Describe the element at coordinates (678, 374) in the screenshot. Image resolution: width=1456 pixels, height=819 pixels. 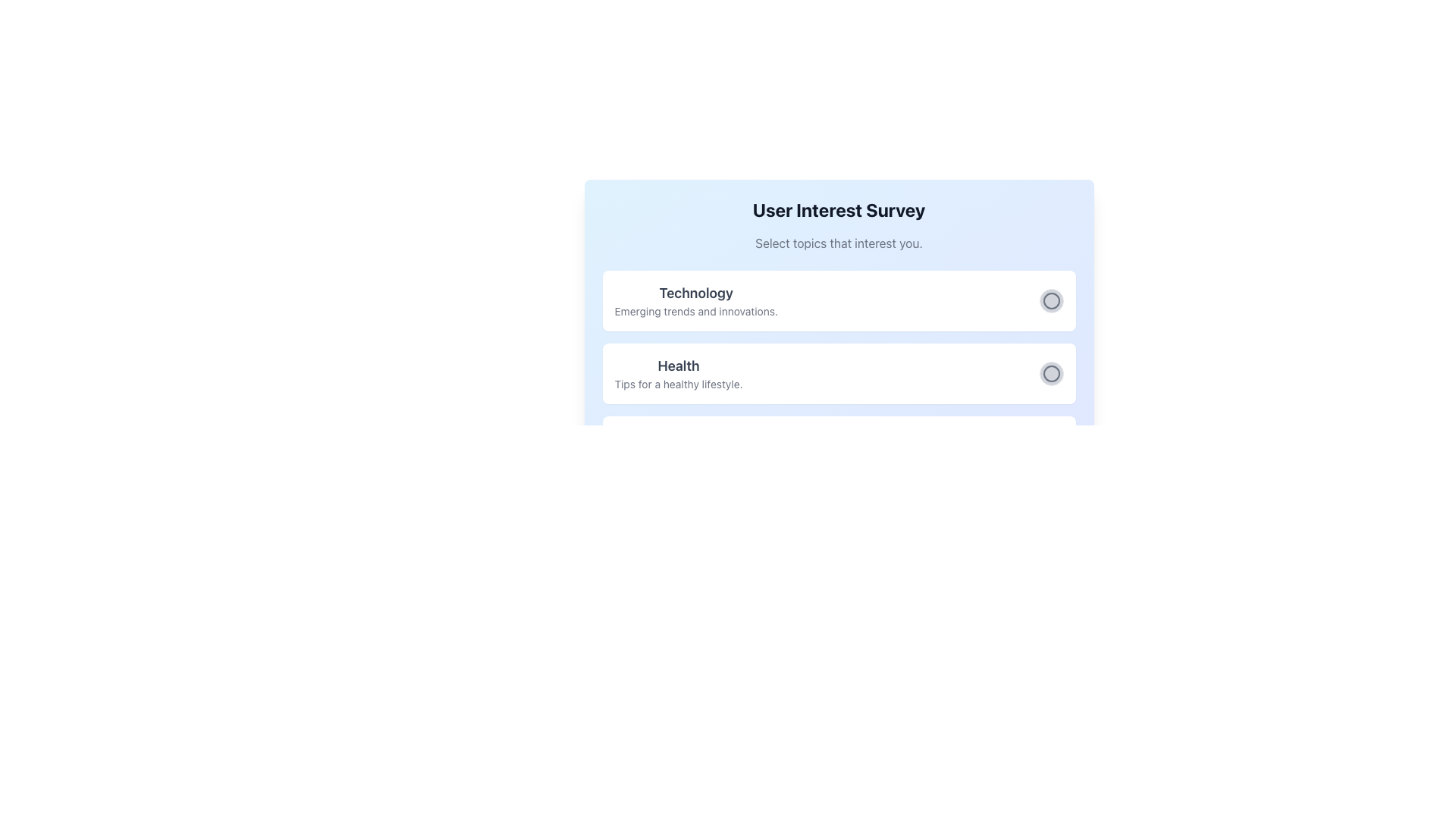
I see `the static text element that displays a topic title and description within the 'Health' card, which is located between the 'Technology' card and another section` at that location.